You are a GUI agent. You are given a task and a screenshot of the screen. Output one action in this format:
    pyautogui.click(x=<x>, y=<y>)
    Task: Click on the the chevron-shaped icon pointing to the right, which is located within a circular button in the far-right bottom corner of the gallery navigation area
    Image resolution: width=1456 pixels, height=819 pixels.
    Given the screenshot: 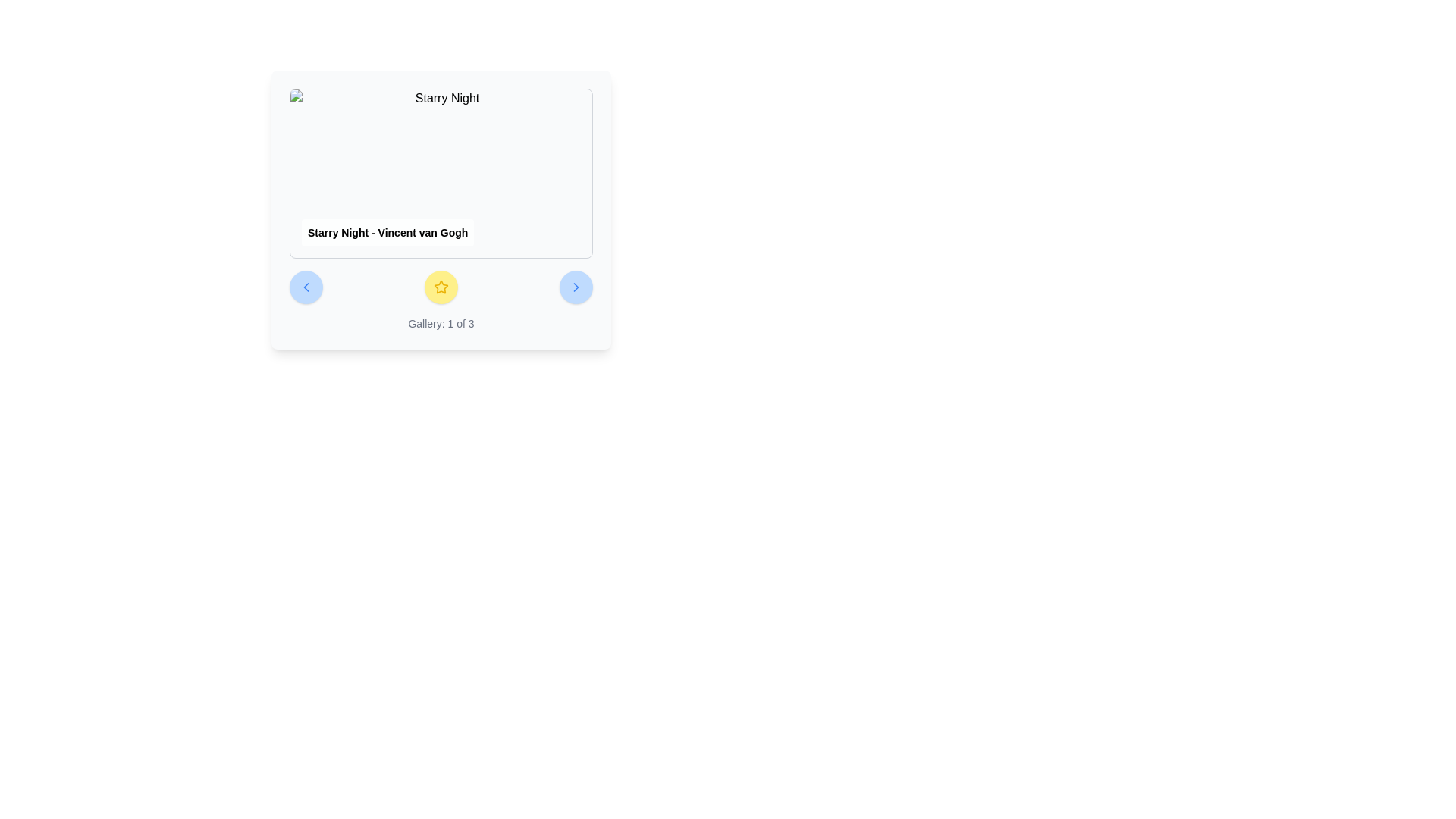 What is the action you would take?
    pyautogui.click(x=575, y=287)
    